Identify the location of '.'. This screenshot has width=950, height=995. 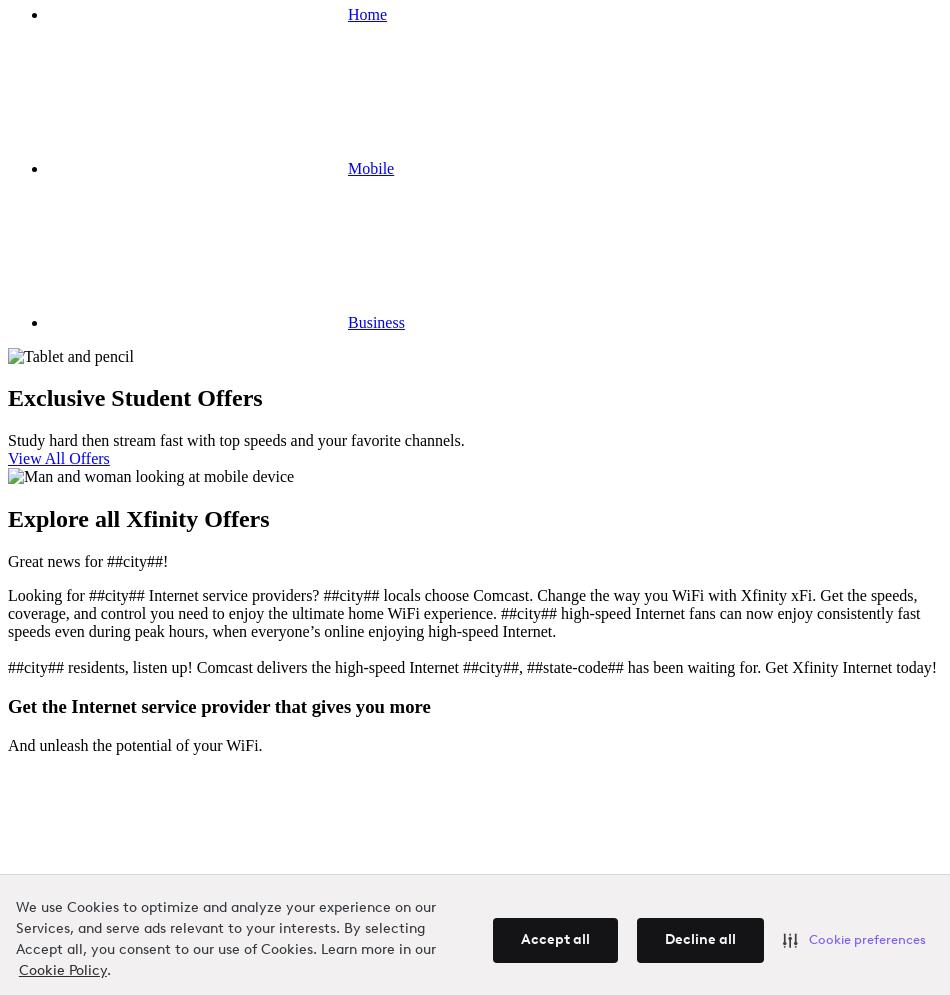
(108, 970).